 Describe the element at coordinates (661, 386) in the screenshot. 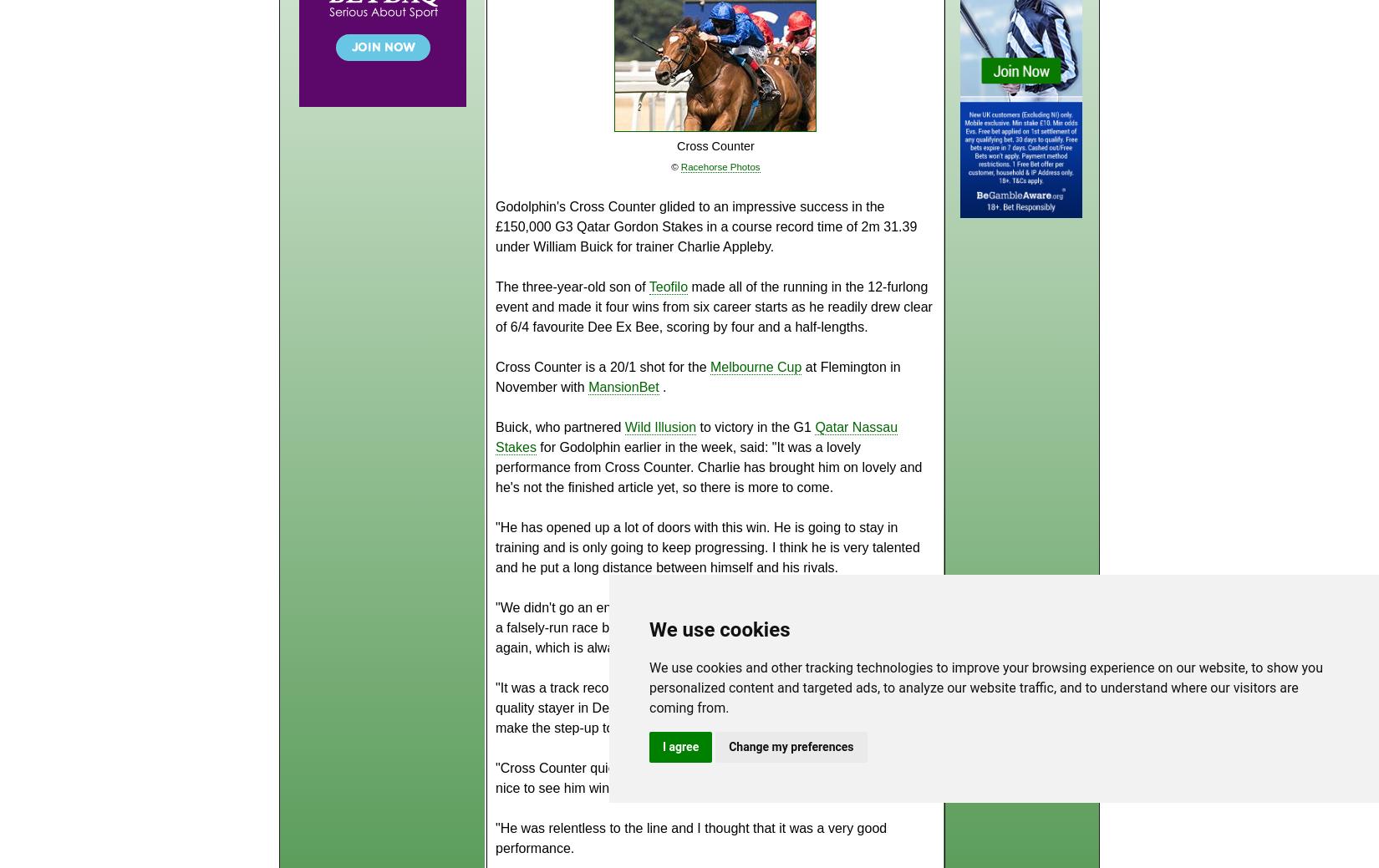

I see `'.'` at that location.